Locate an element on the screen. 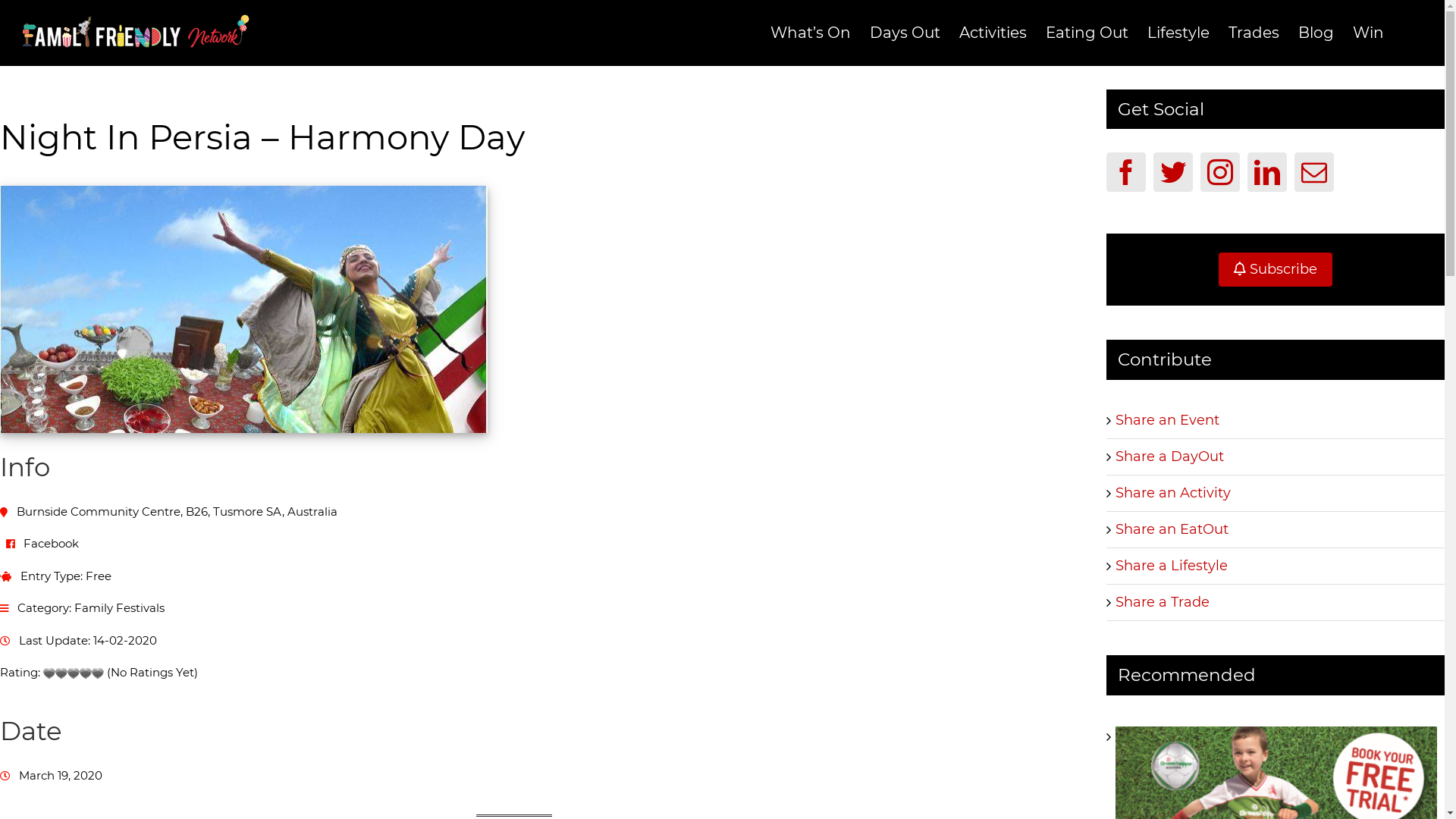 Image resolution: width=1456 pixels, height=819 pixels. 'Share a DayOut' is located at coordinates (1169, 455).